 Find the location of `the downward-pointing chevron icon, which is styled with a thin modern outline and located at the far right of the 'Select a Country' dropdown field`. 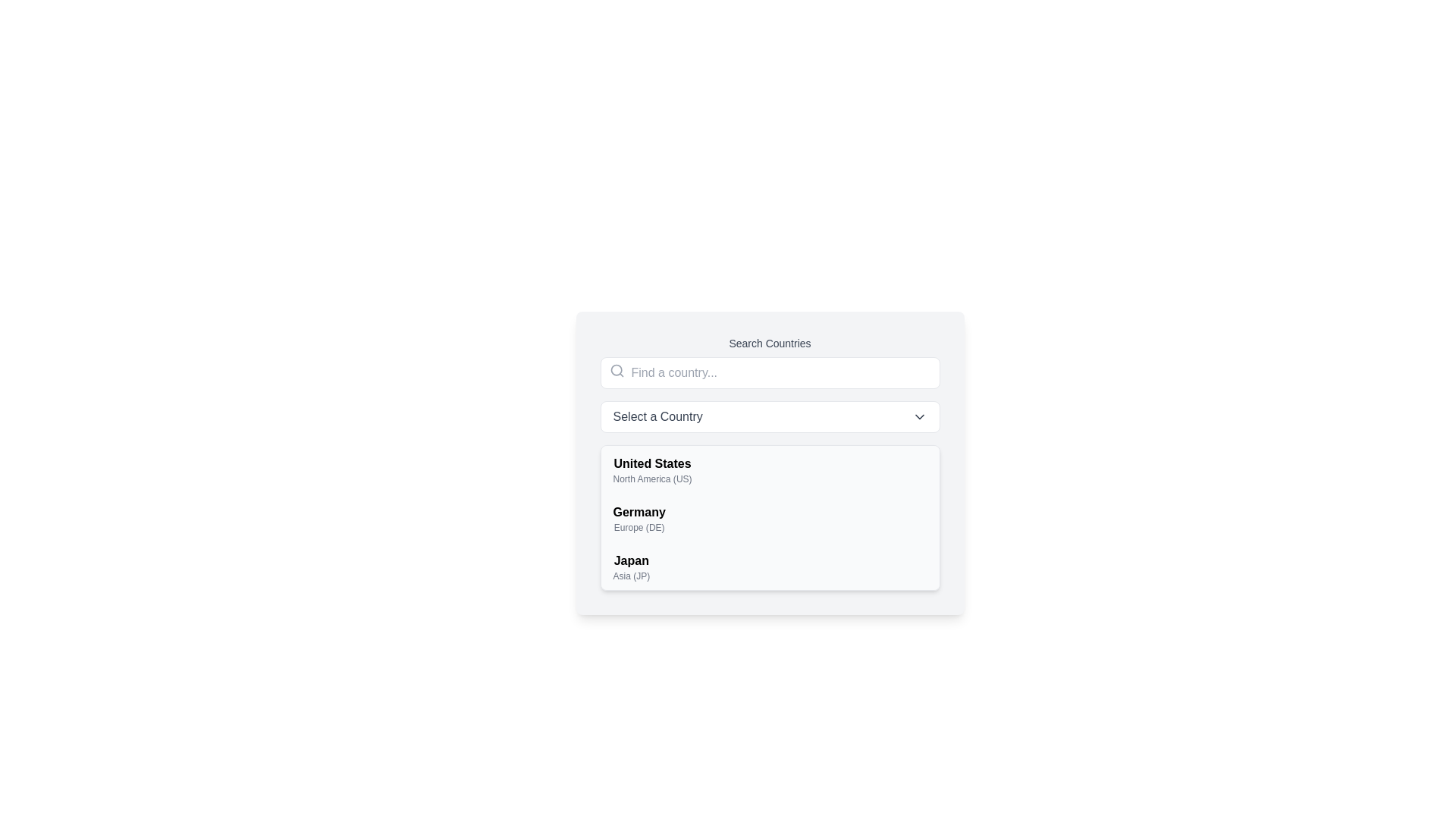

the downward-pointing chevron icon, which is styled with a thin modern outline and located at the far right of the 'Select a Country' dropdown field is located at coordinates (918, 417).